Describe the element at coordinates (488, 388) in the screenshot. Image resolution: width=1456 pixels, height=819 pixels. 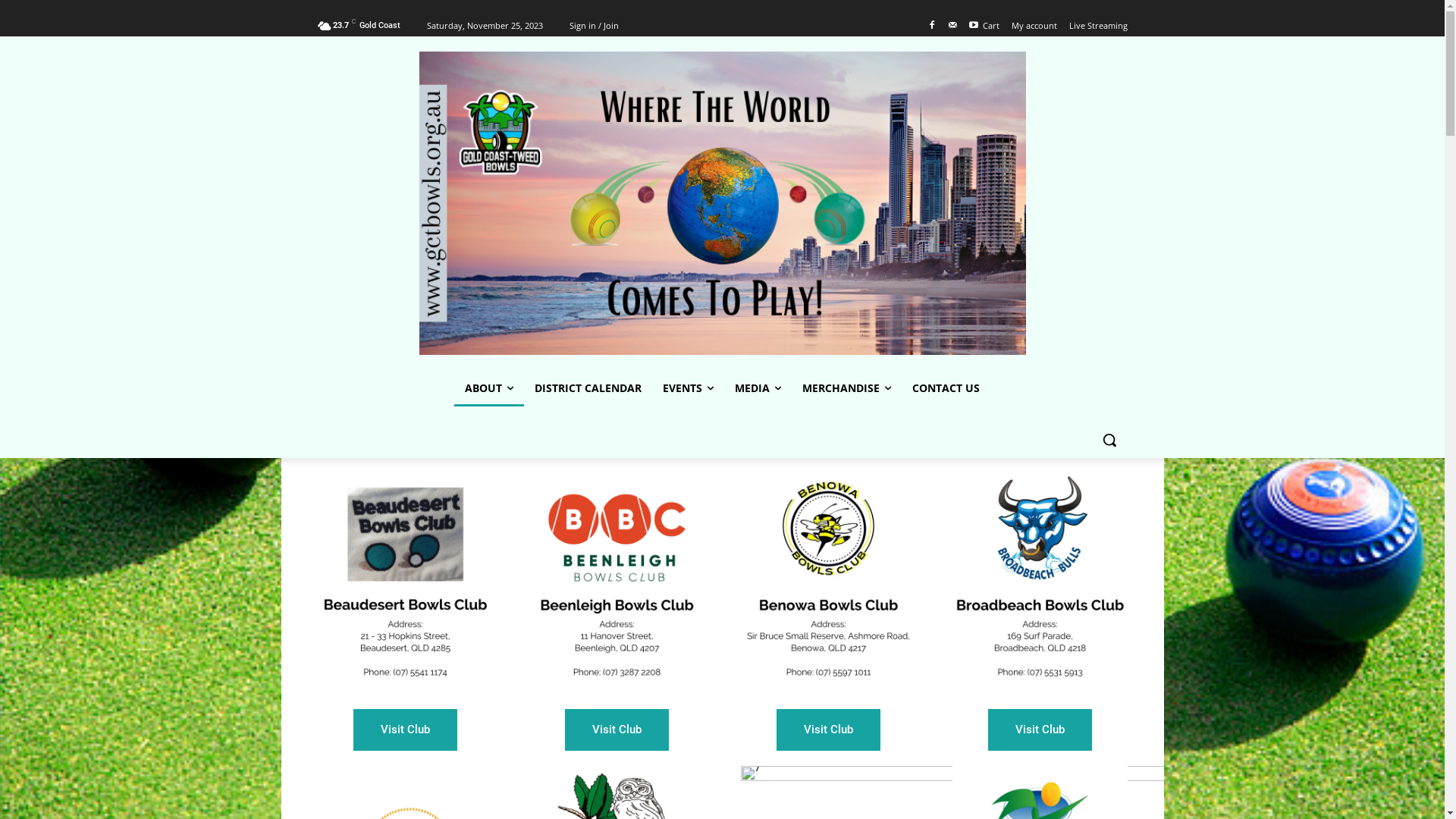
I see `'ABOUT'` at that location.